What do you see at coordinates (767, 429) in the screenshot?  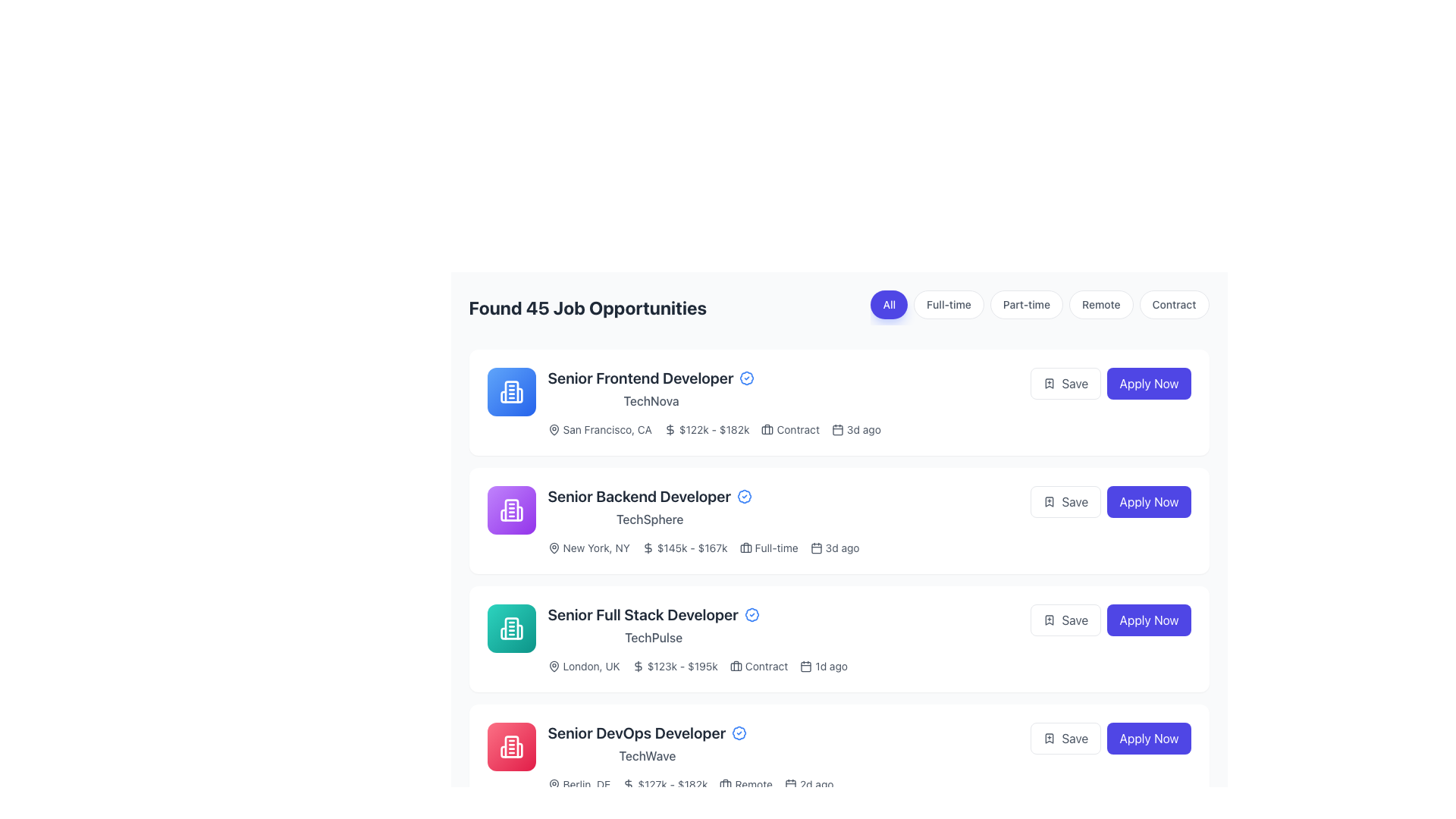 I see `the left vertical bar of the briefcase icon, which is part of an SVG representation indicating job listings` at bounding box center [767, 429].